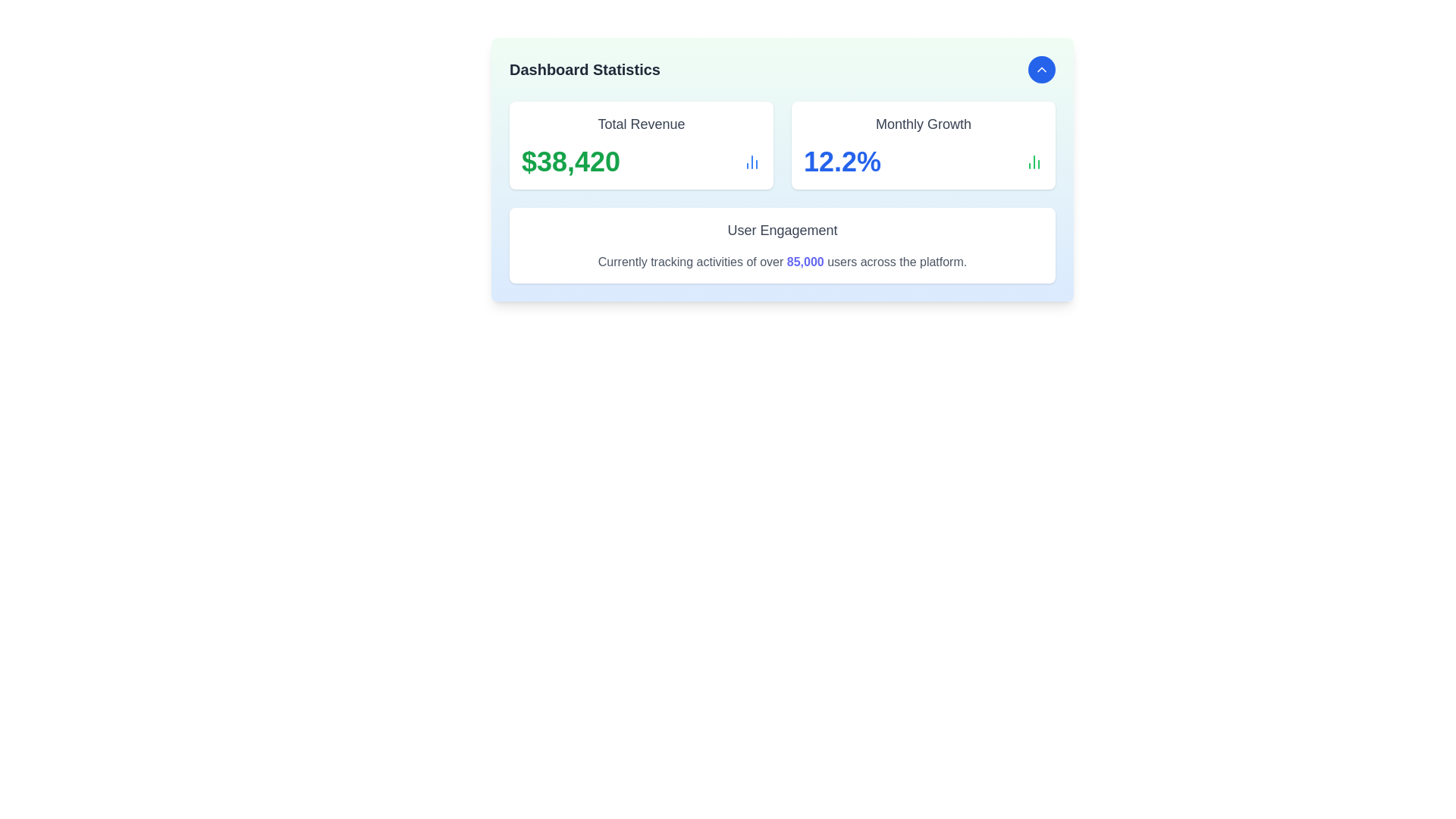  What do you see at coordinates (1033, 162) in the screenshot?
I see `the small green bar chart icon located immediately to the right of the '12.2%' text in the 'Monthly Growth' section` at bounding box center [1033, 162].